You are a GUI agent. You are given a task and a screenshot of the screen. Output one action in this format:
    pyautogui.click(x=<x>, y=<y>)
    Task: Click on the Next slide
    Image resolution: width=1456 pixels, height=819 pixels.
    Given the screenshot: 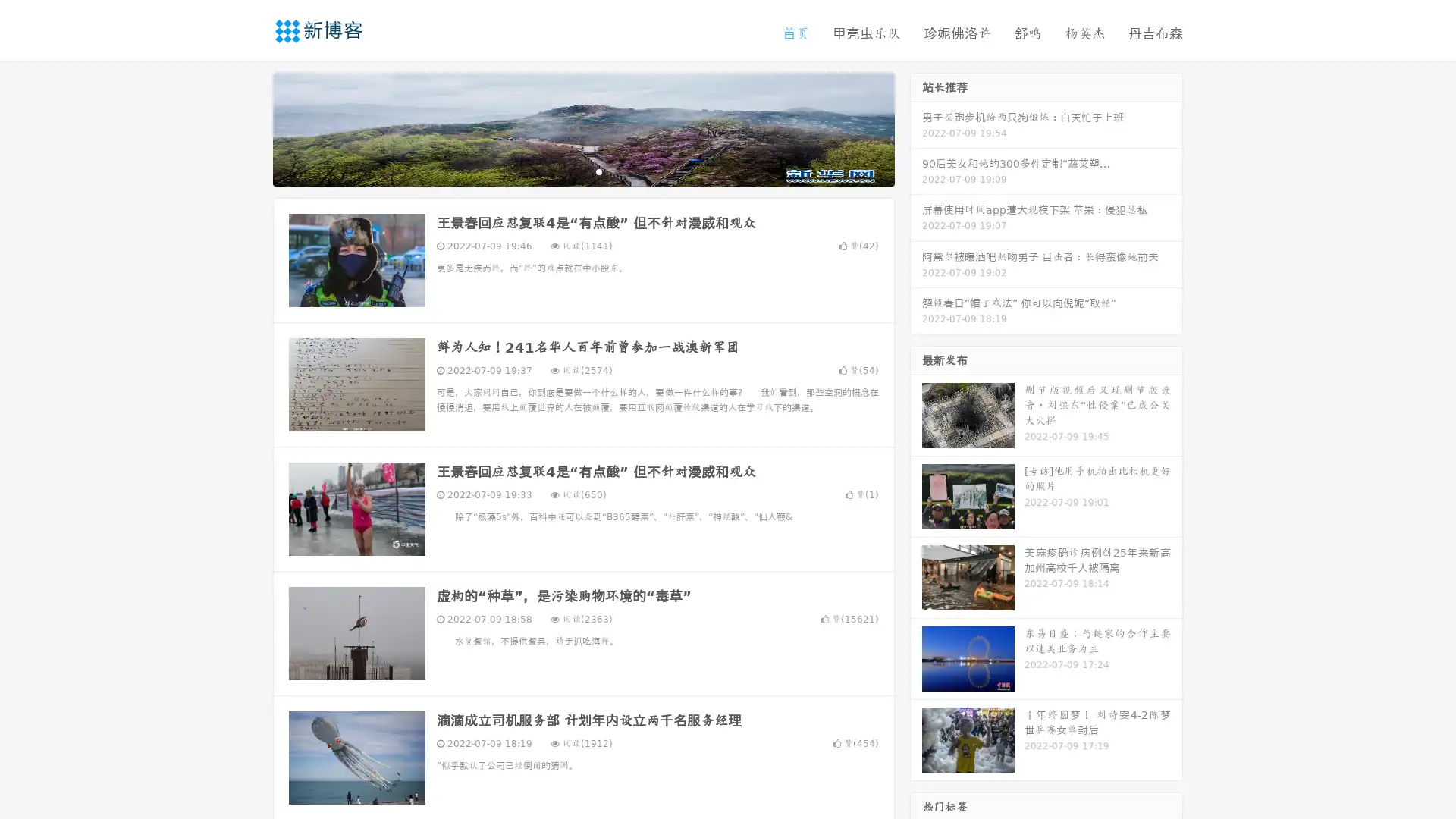 What is the action you would take?
    pyautogui.click(x=916, y=127)
    